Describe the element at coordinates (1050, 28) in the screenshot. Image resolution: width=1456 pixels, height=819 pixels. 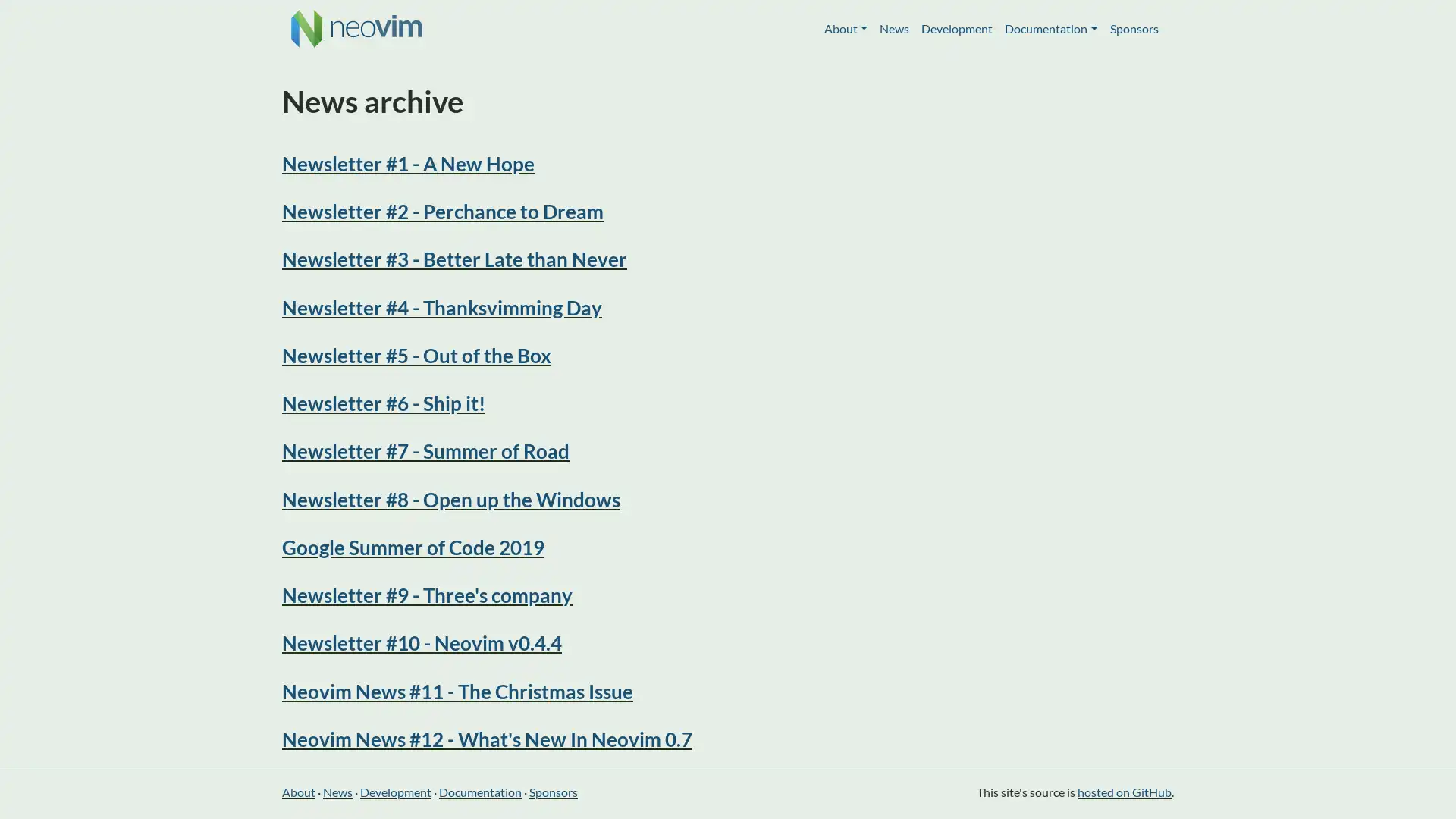
I see `Documentation` at that location.